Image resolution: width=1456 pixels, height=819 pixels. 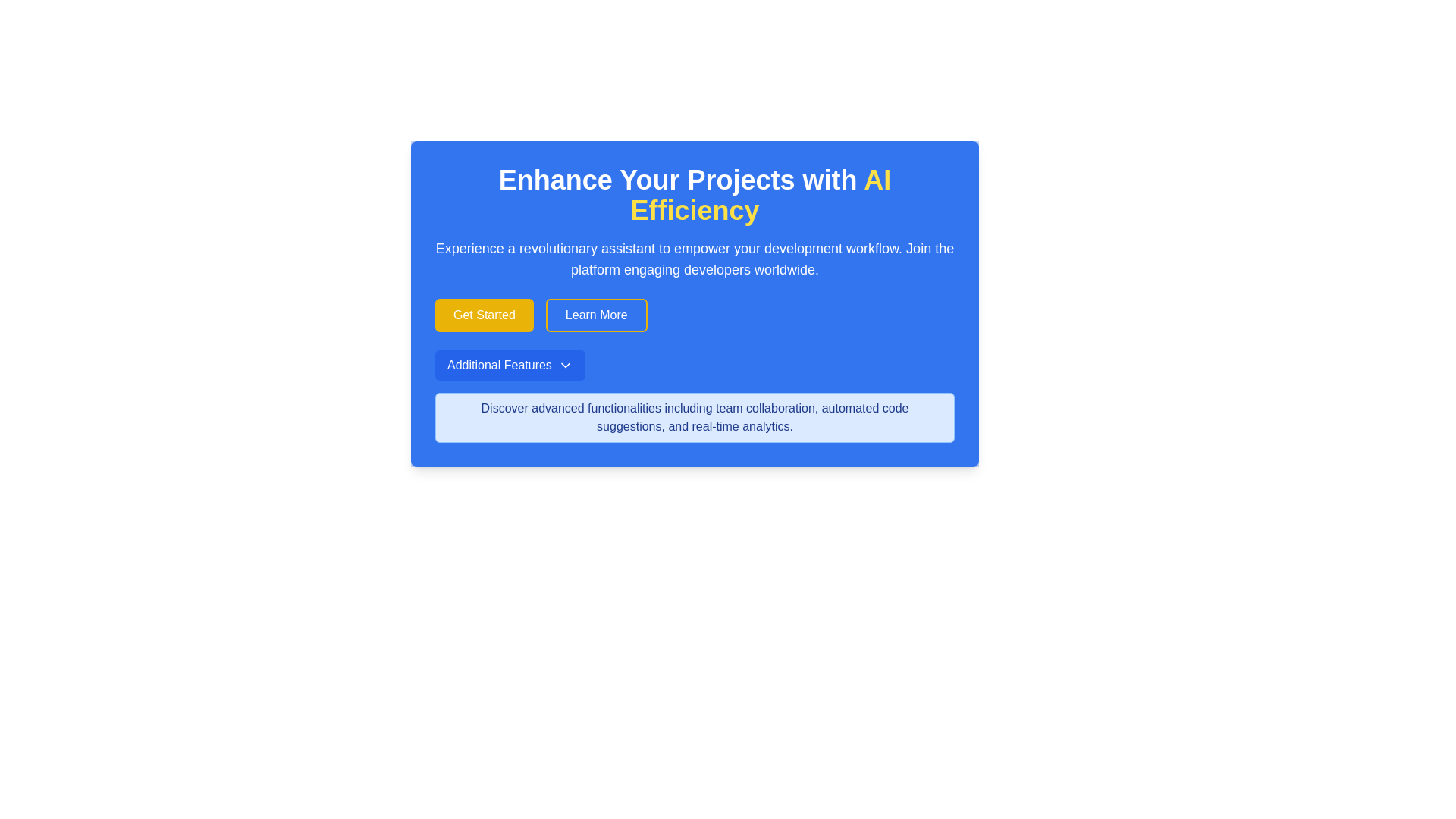 What do you see at coordinates (499, 366) in the screenshot?
I see `the Text Label displaying 'Additional Features', which has white text on a blue background, located below the 'Get Started' and 'Learn More' buttons` at bounding box center [499, 366].